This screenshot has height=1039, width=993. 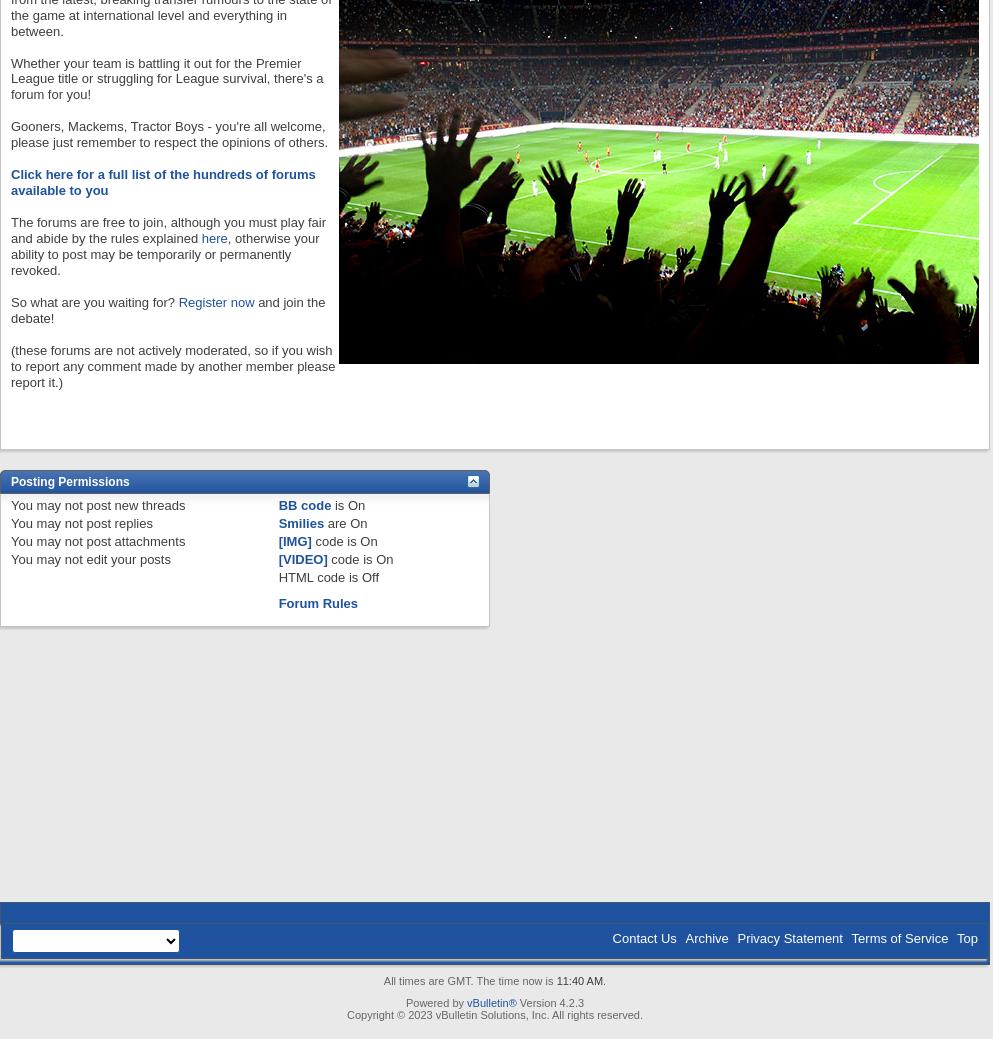 I want to click on 'Powered by', so click(x=436, y=1003).